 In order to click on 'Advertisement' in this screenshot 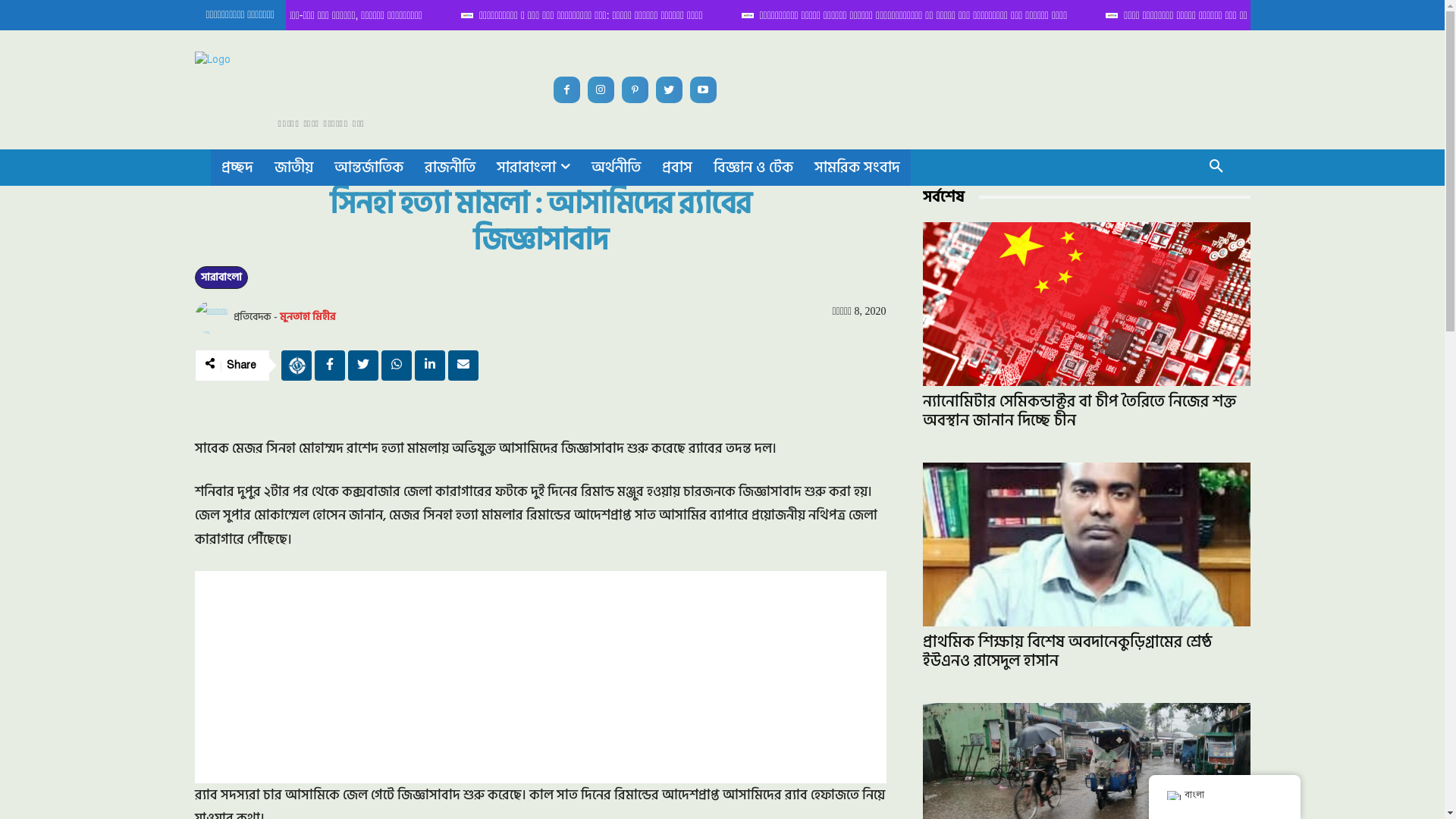, I will do `click(193, 676)`.